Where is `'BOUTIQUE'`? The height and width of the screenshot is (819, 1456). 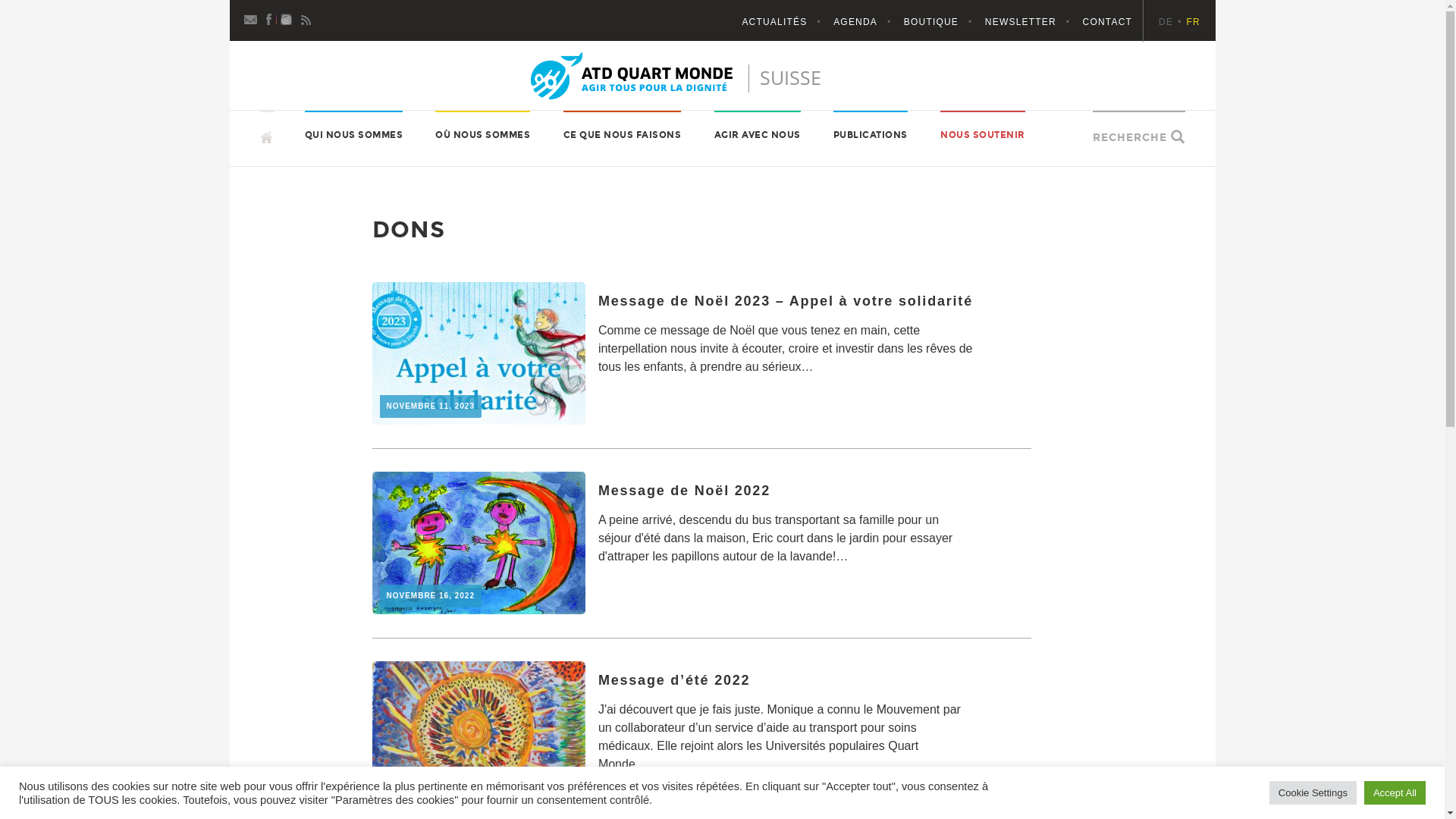 'BOUTIQUE' is located at coordinates (942, 22).